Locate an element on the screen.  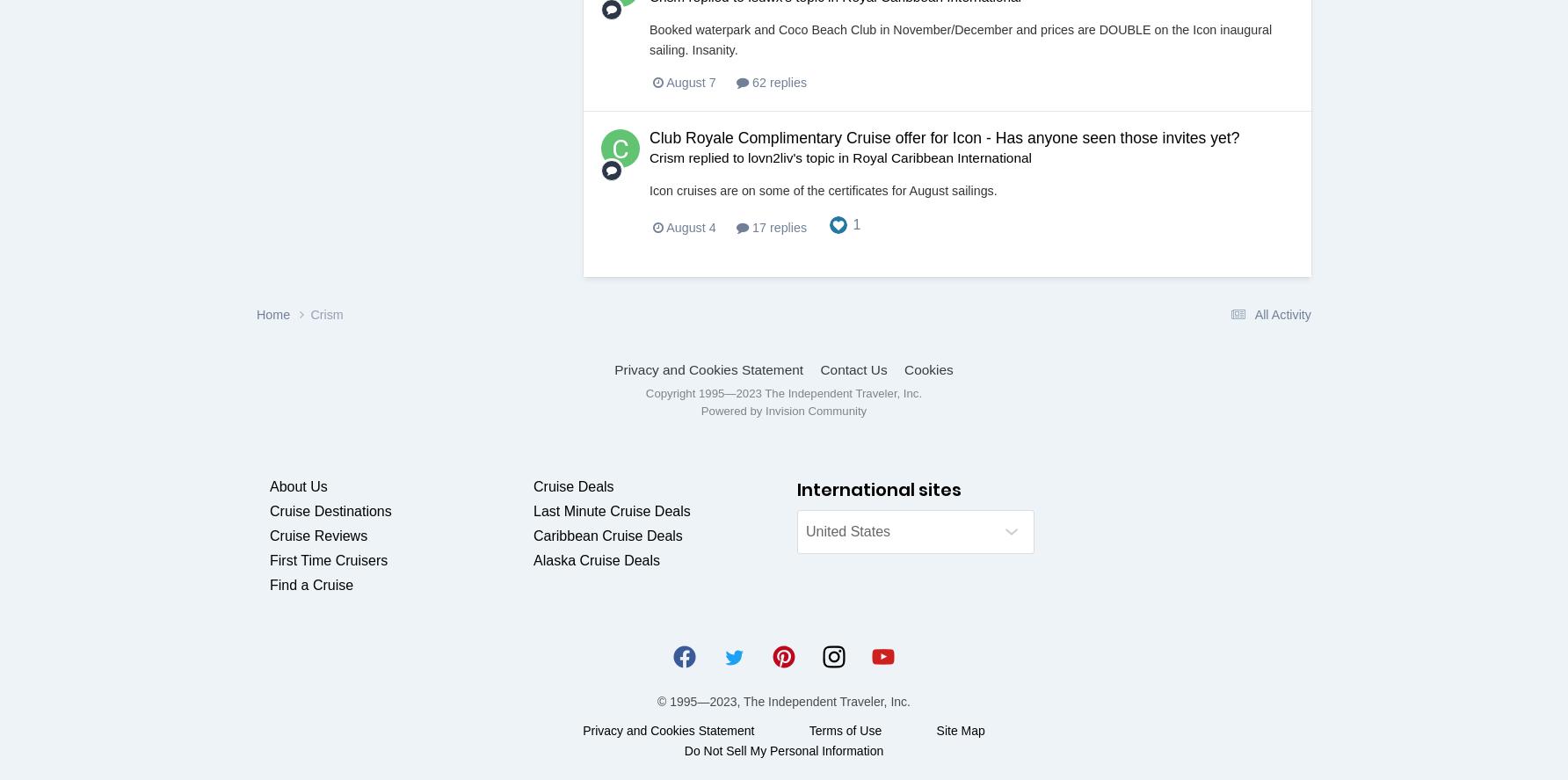
'Caribbean Cruise Deals' is located at coordinates (607, 535).